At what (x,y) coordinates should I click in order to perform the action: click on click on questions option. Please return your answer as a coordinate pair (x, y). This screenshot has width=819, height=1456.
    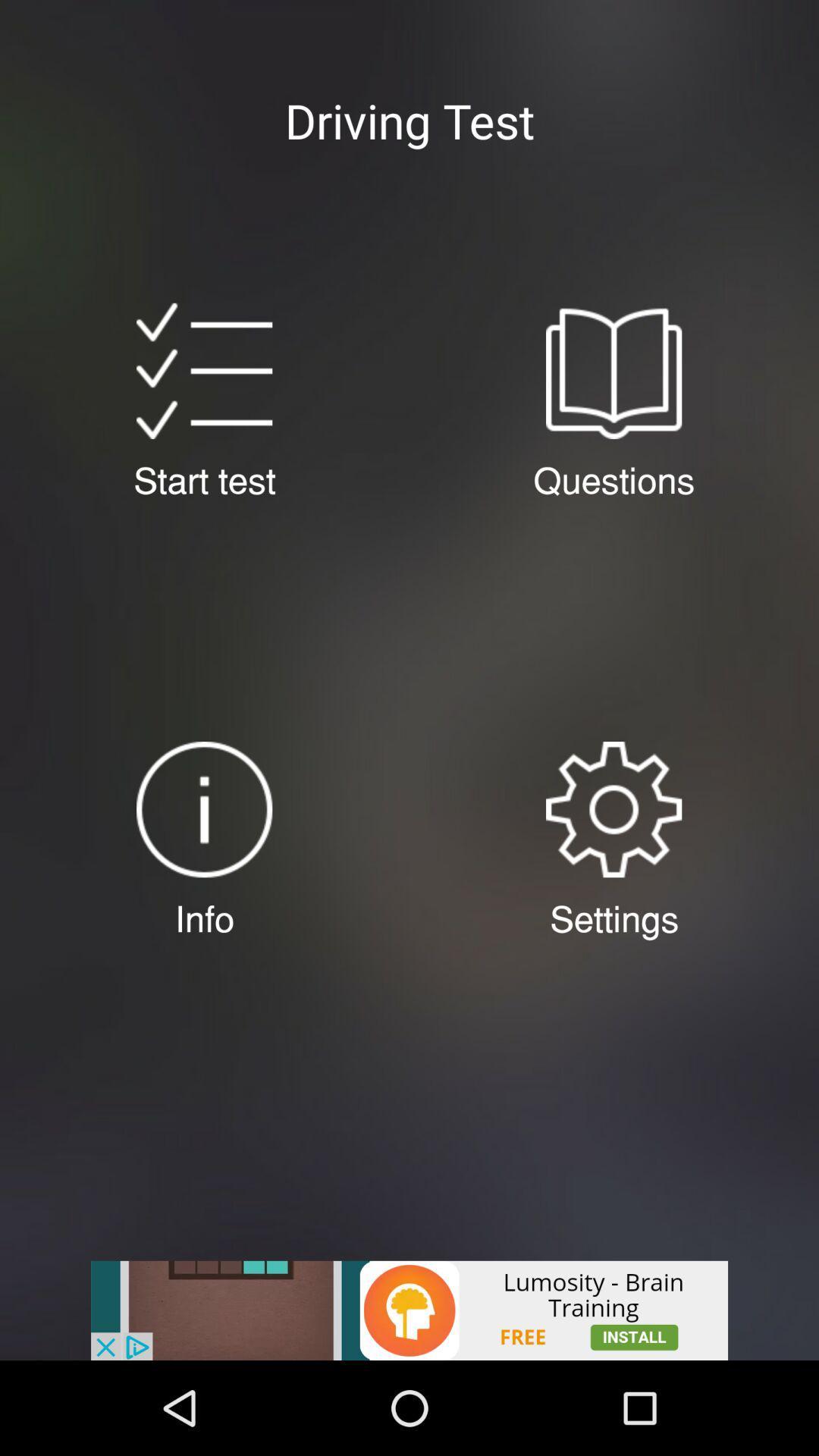
    Looking at the image, I should click on (613, 371).